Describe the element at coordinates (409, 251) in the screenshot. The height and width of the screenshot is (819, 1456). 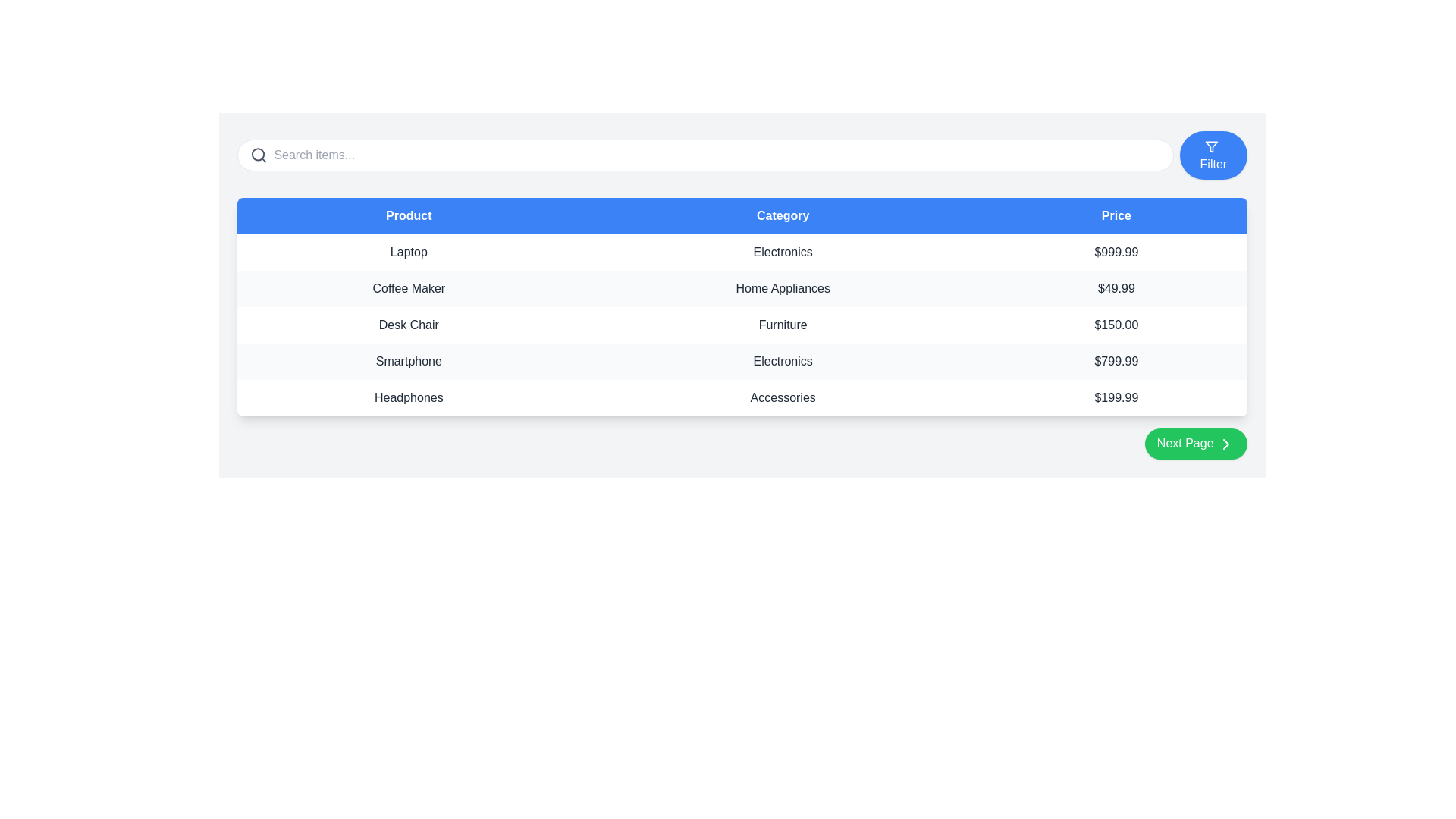
I see `the product name label 'Laptop' in the Product column of the table` at that location.